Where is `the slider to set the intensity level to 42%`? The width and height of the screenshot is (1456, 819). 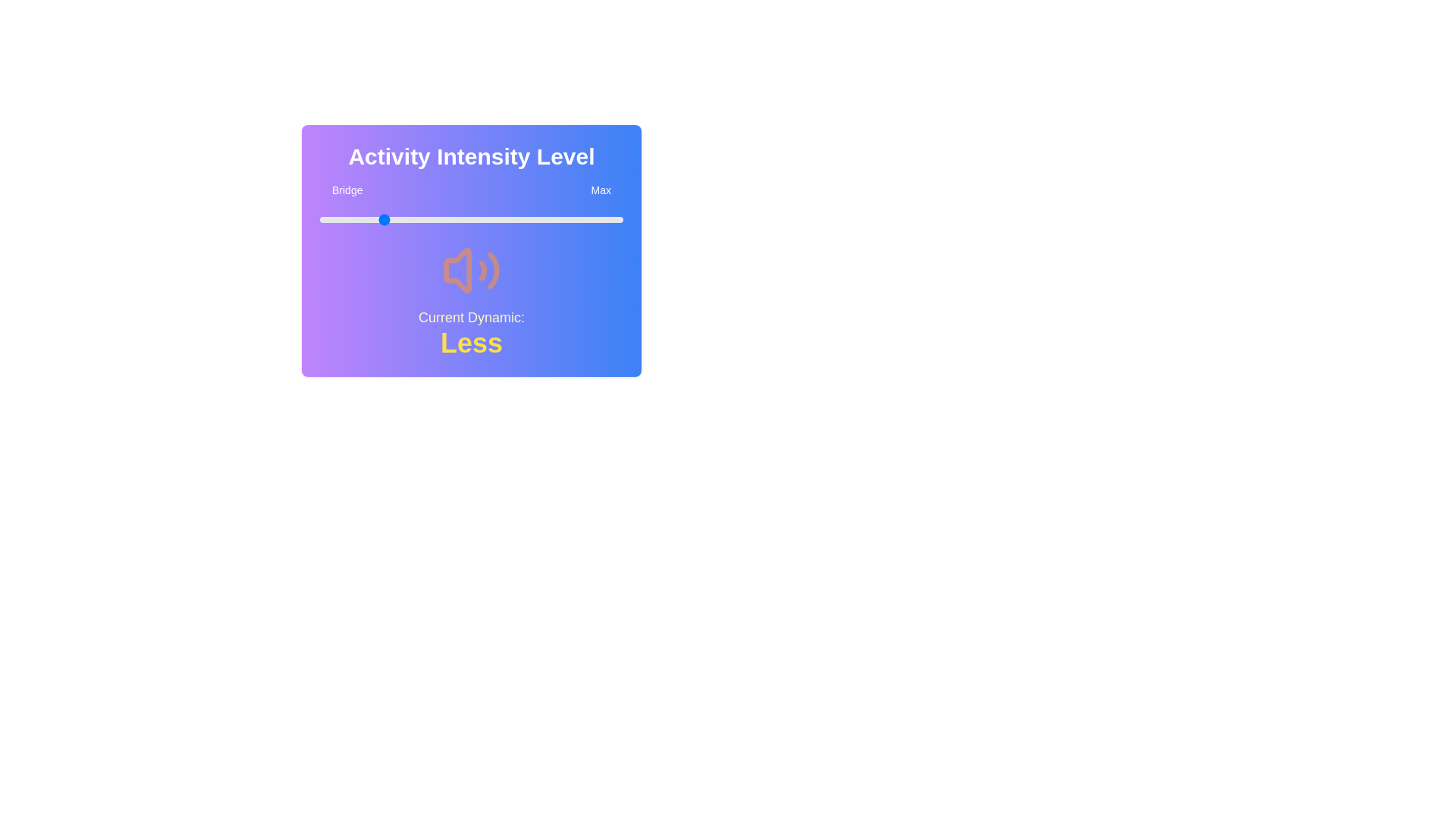 the slider to set the intensity level to 42% is located at coordinates (447, 219).